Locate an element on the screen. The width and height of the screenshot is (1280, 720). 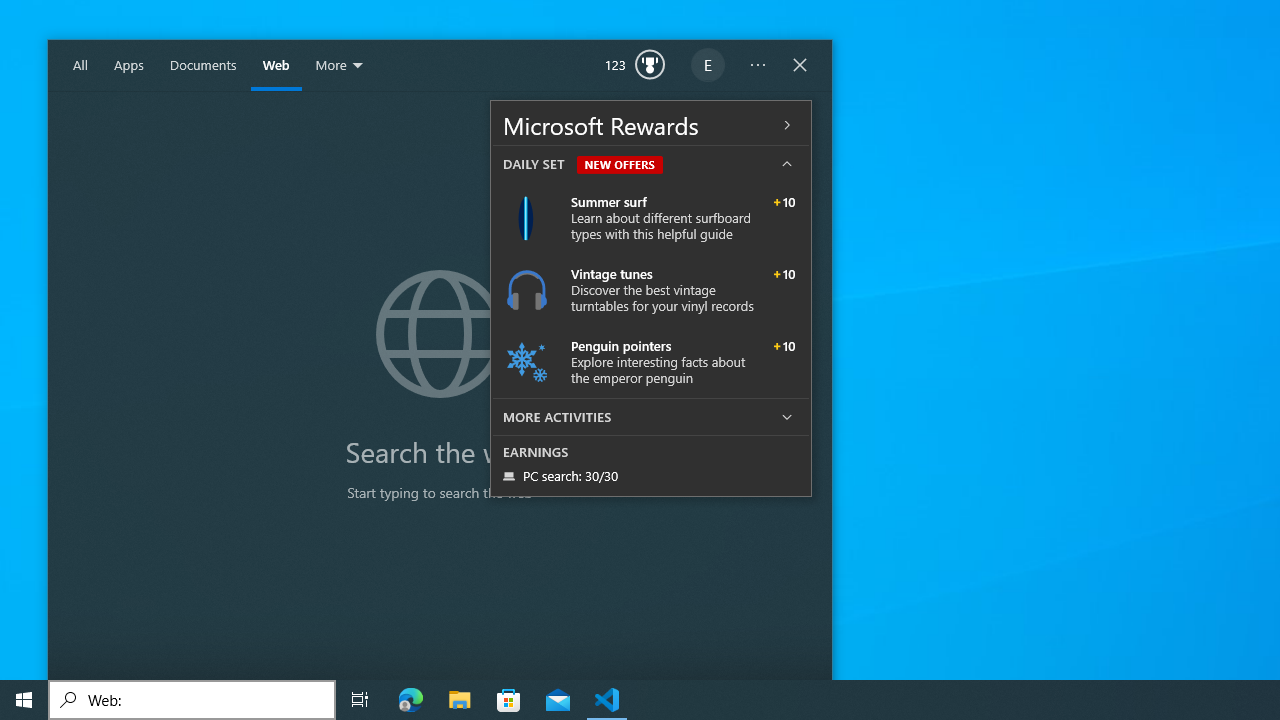
'Documents' is located at coordinates (203, 65).